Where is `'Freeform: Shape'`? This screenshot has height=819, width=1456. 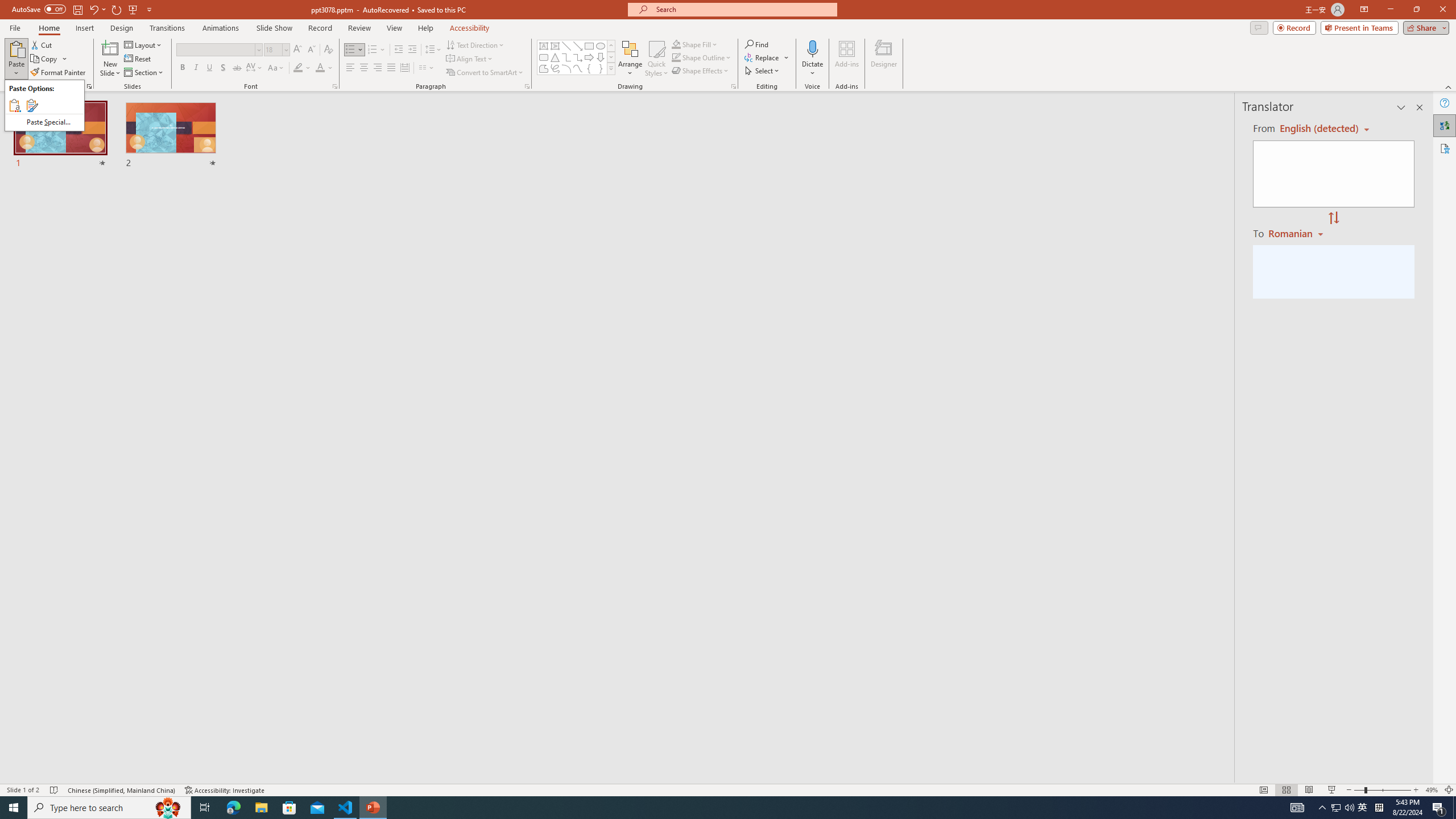
'Freeform: Shape' is located at coordinates (543, 68).